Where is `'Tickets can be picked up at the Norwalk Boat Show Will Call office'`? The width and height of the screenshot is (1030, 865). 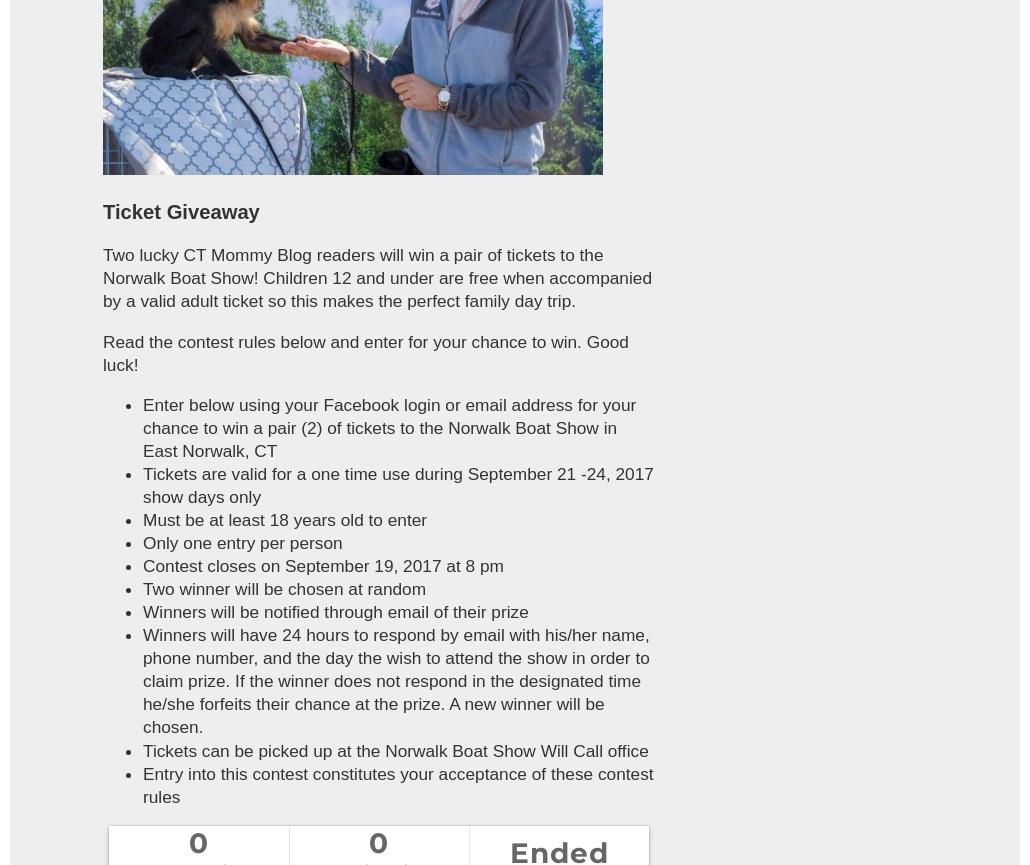
'Tickets can be picked up at the Norwalk Boat Show Will Call office' is located at coordinates (395, 749).